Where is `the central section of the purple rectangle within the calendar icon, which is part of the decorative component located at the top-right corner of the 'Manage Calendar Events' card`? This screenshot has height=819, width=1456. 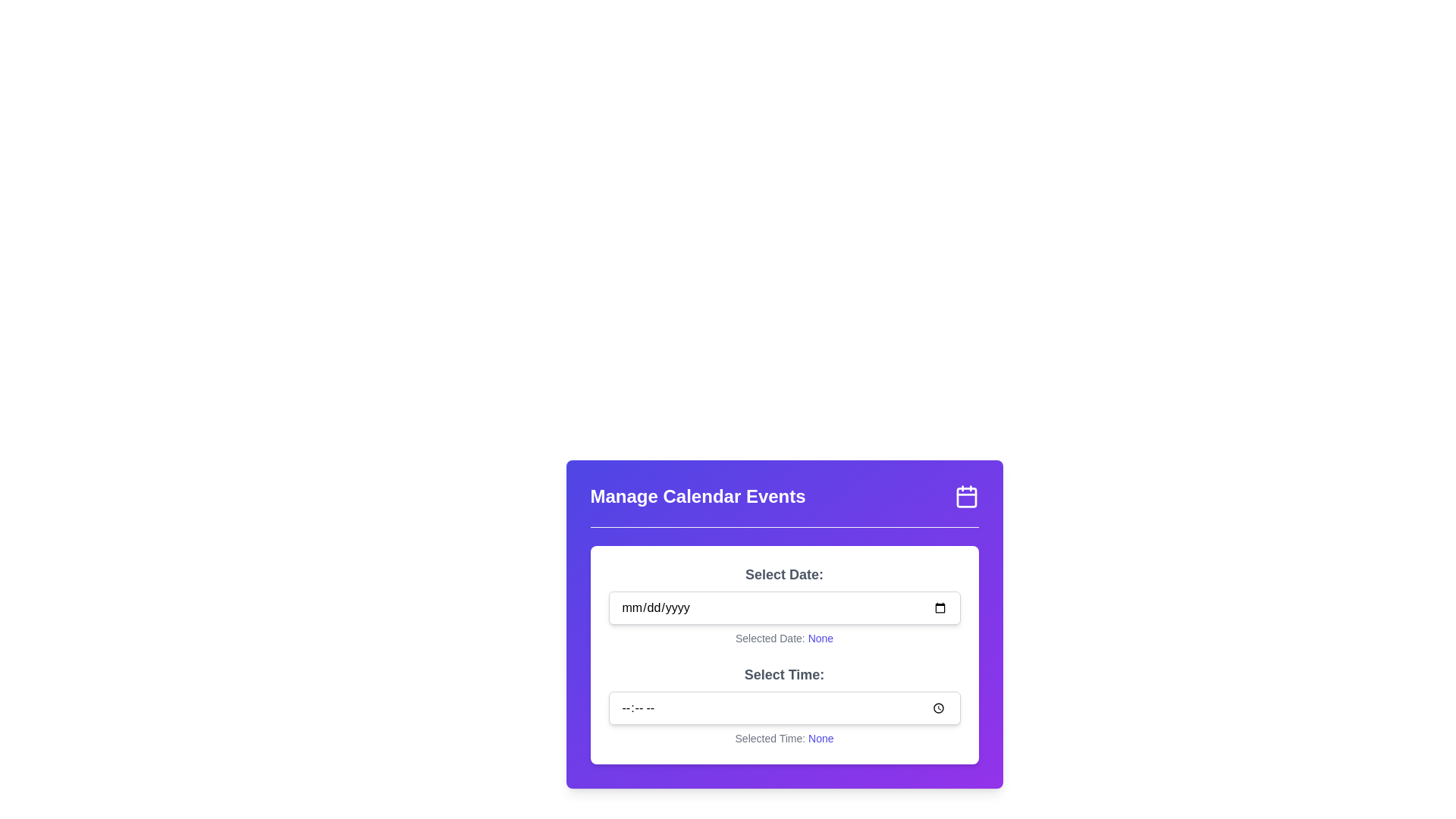 the central section of the purple rectangle within the calendar icon, which is part of the decorative component located at the top-right corner of the 'Manage Calendar Events' card is located at coordinates (965, 497).